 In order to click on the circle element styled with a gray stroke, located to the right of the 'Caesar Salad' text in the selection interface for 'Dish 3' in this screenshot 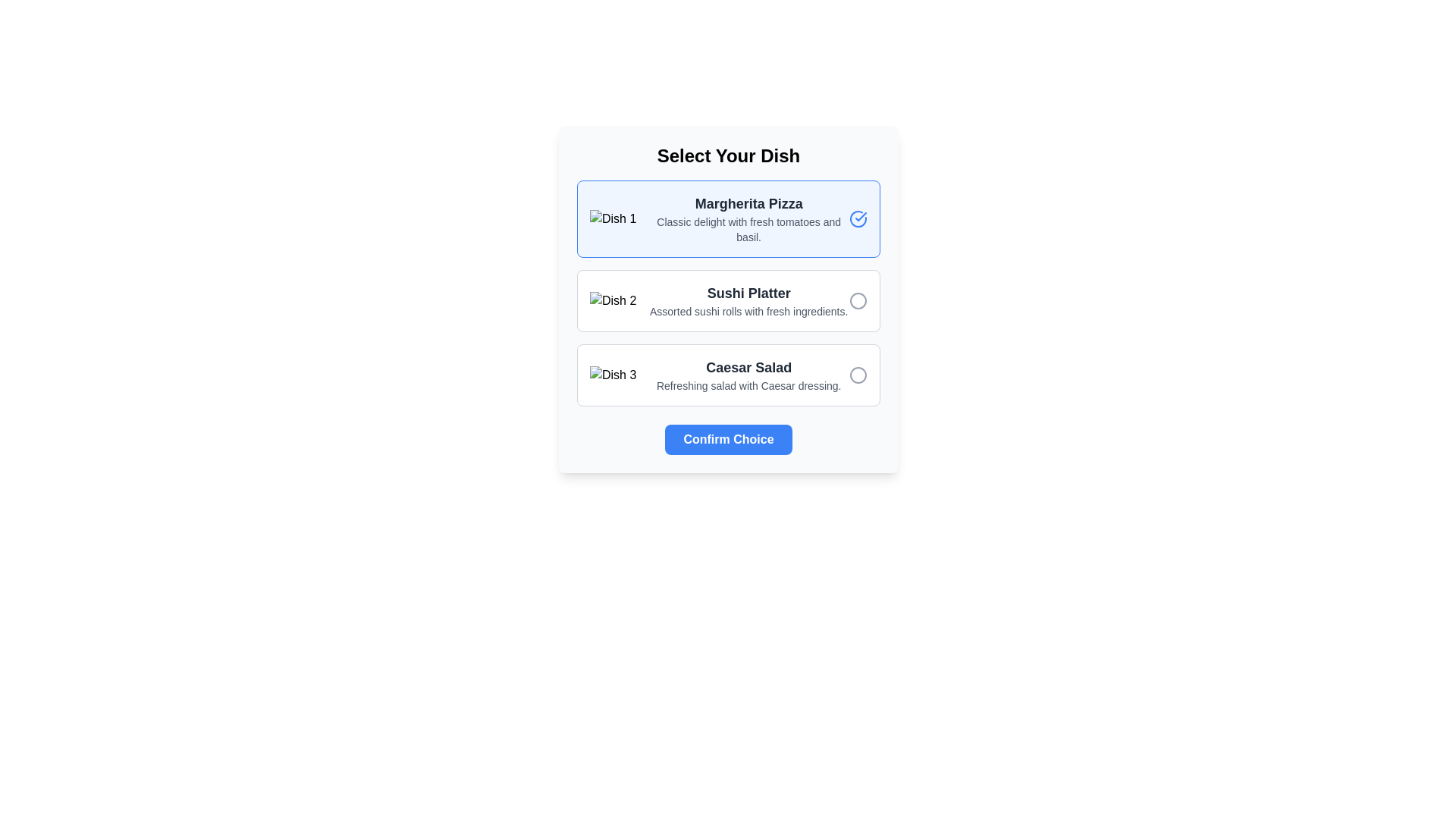, I will do `click(858, 375)`.